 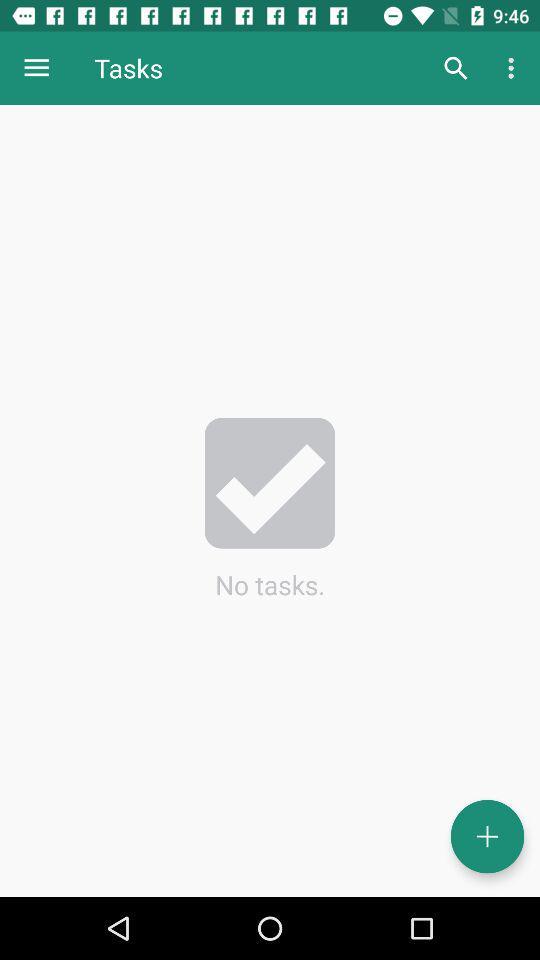 I want to click on the icon at the bottom right corner, so click(x=486, y=836).